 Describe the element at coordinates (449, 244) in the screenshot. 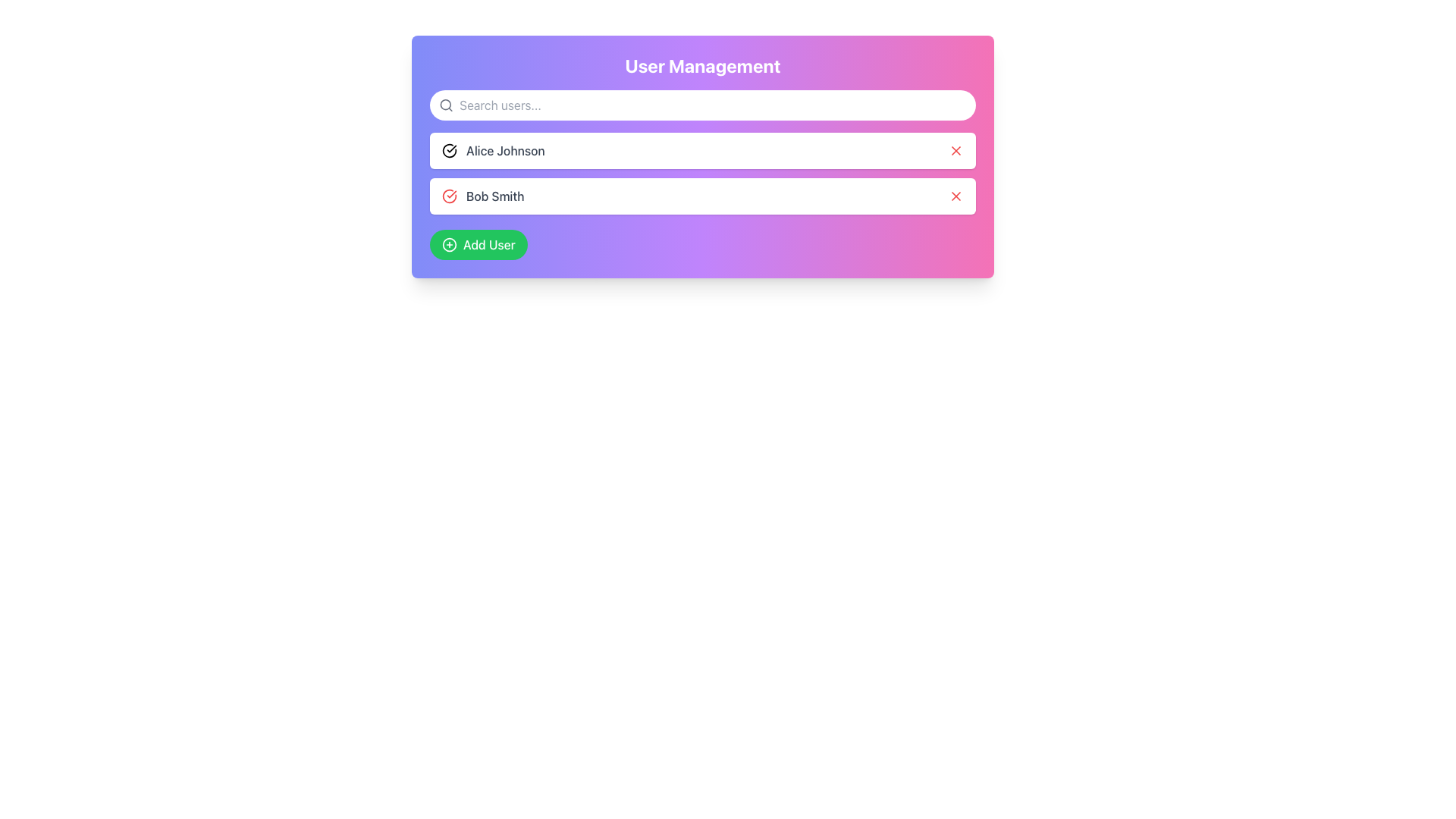

I see `the circular icon with a green plus symbol, located to the left of the 'Add User' text in the green button at the bottom section of the interface` at that location.